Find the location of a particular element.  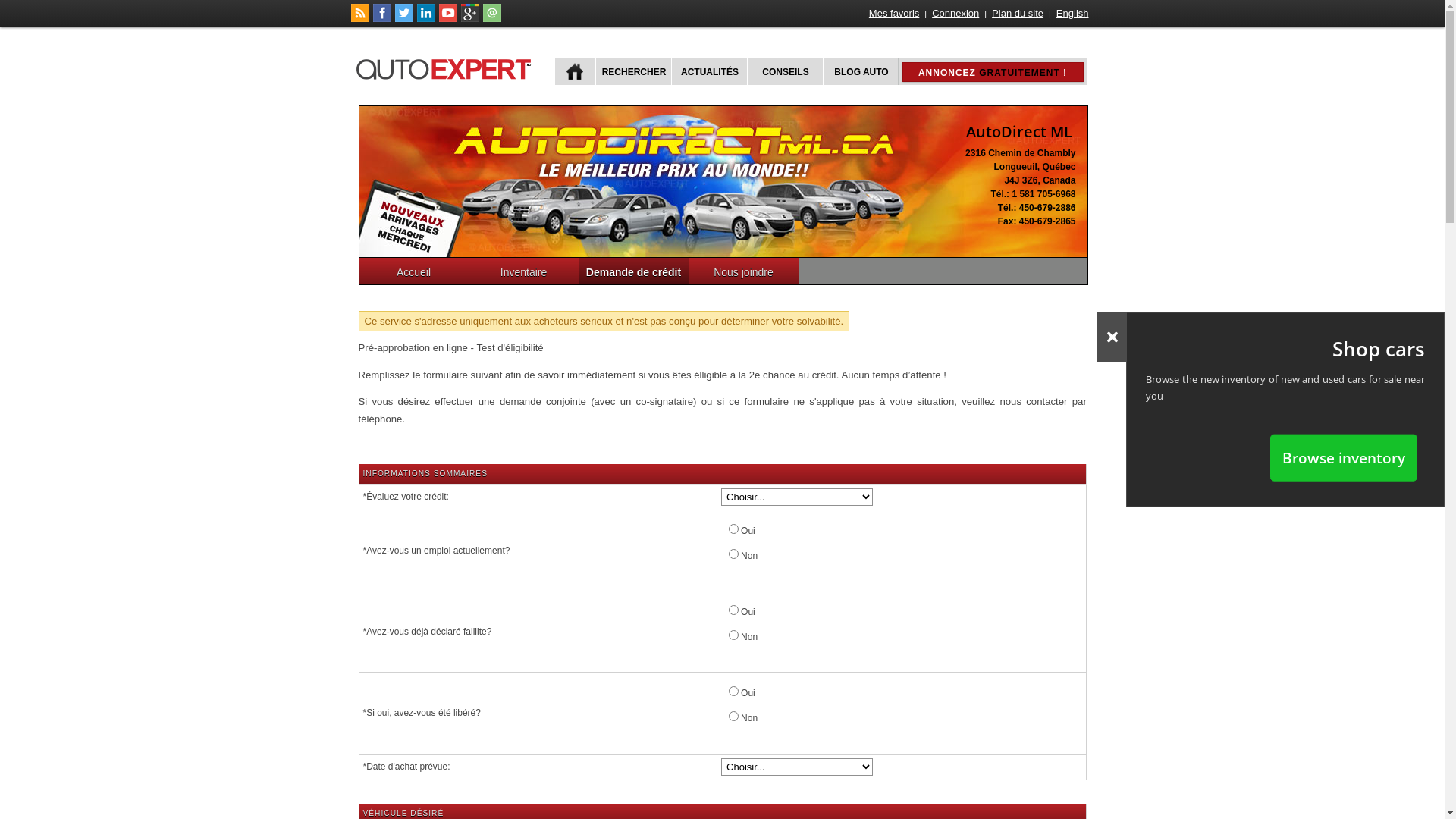

'Suivez autoExpert.ca sur Google Plus' is located at coordinates (469, 18).